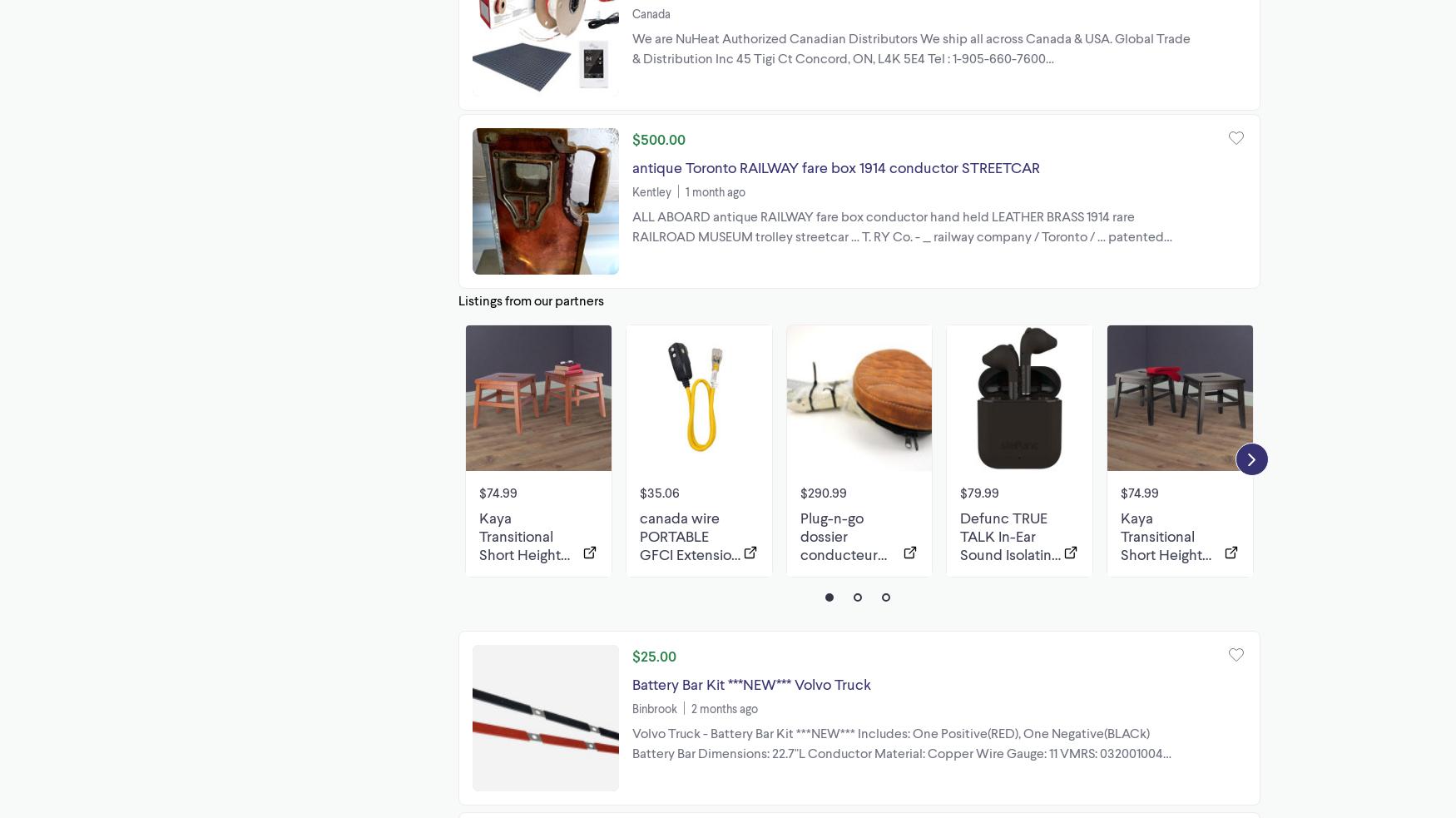  What do you see at coordinates (1298, 491) in the screenshot?
I see `'$18.99'` at bounding box center [1298, 491].